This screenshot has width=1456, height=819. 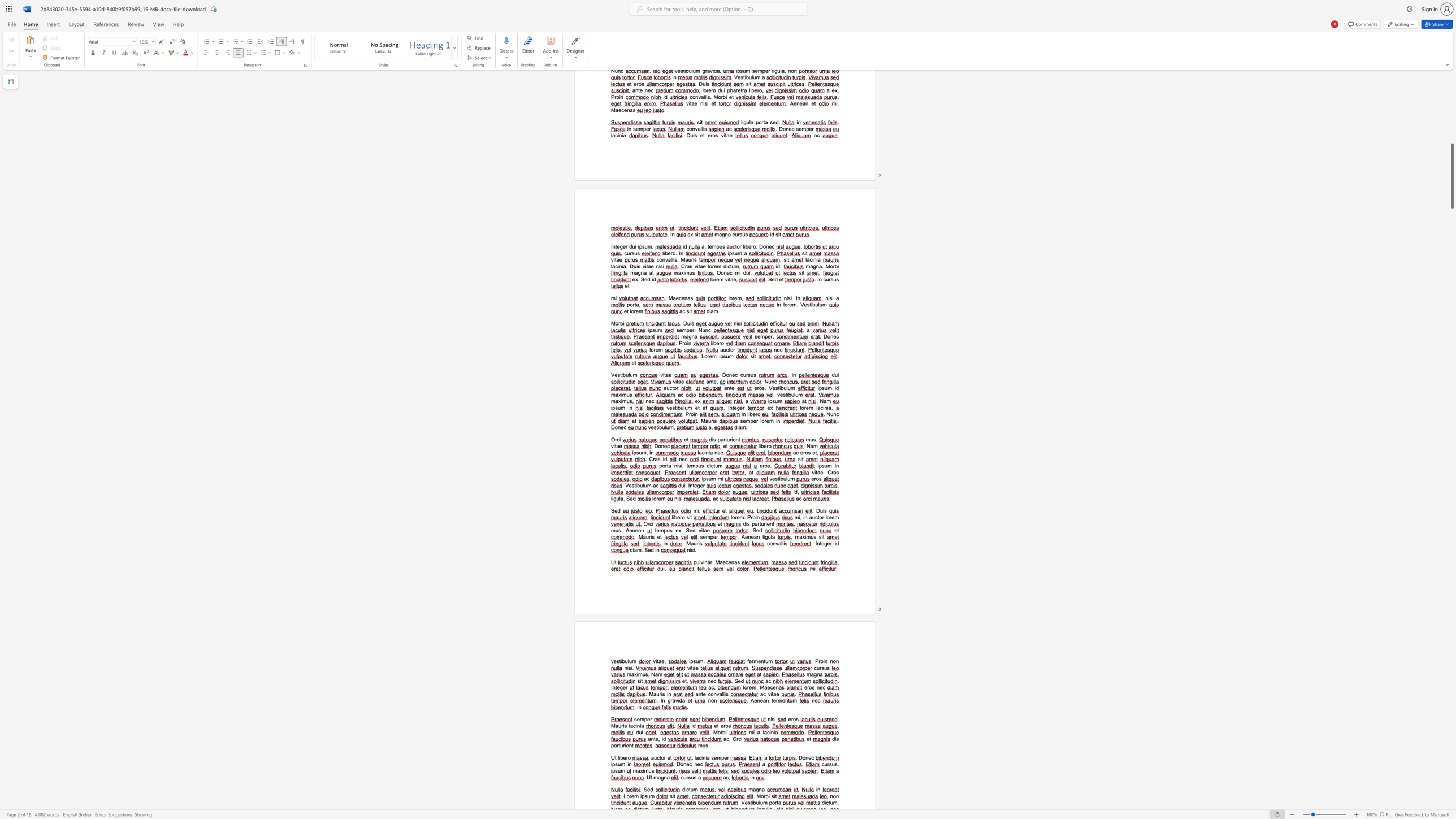 I want to click on the 1th character "U" in the text, so click(x=613, y=757).